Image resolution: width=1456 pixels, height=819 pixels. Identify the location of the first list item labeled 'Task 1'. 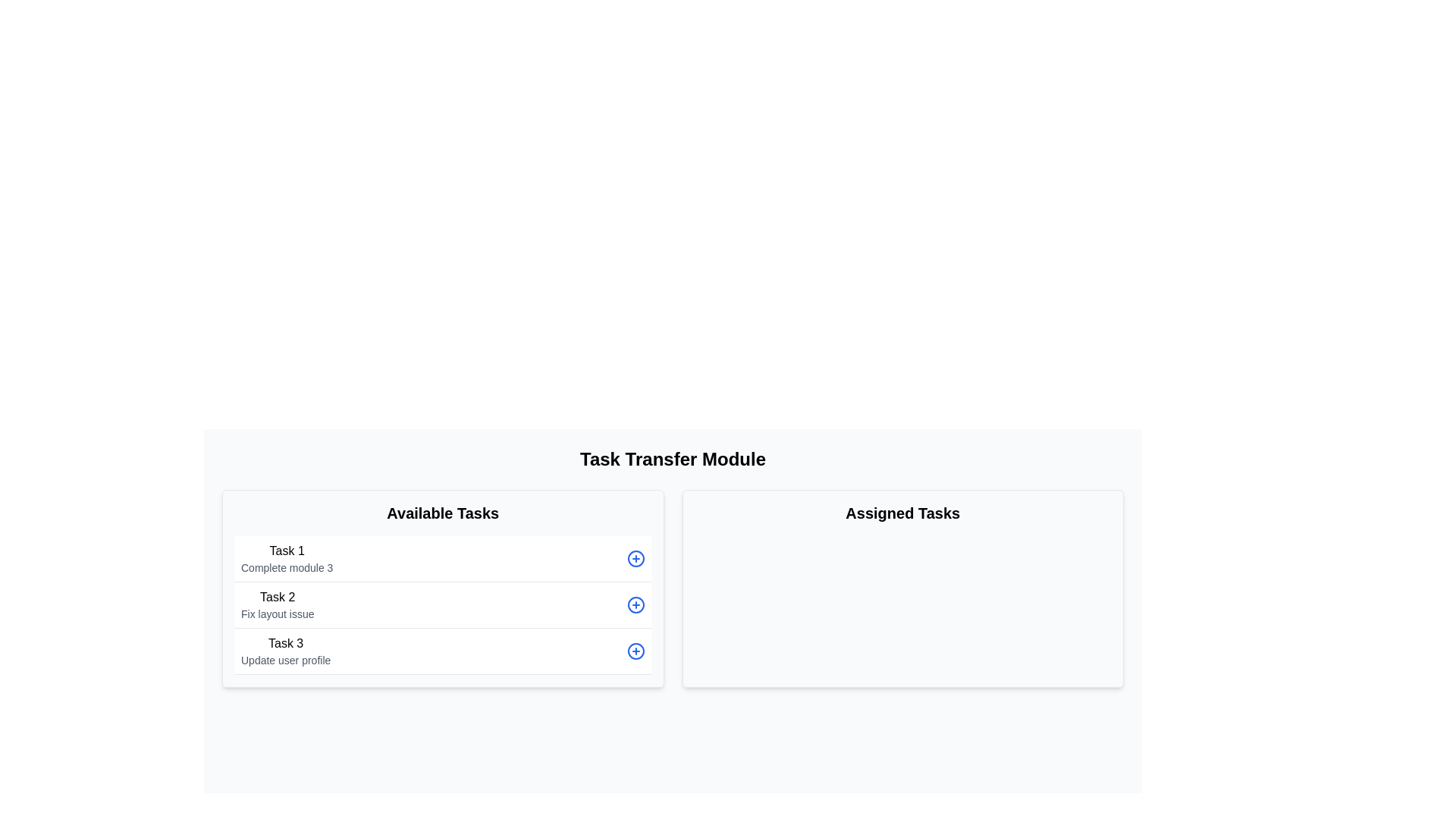
(442, 559).